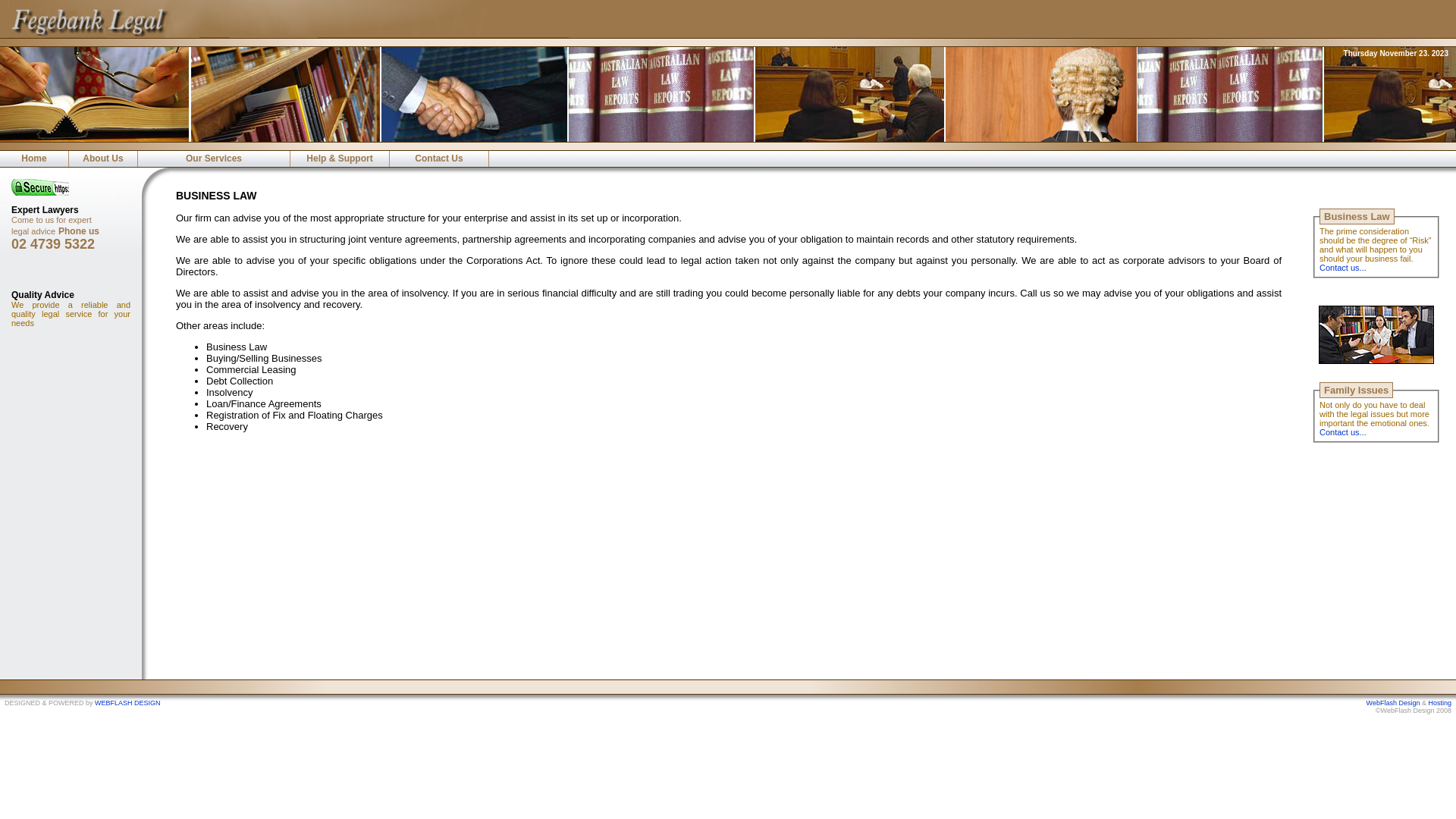 This screenshot has width=1456, height=819. Describe the element at coordinates (338, 158) in the screenshot. I see `'Help & Support'` at that location.